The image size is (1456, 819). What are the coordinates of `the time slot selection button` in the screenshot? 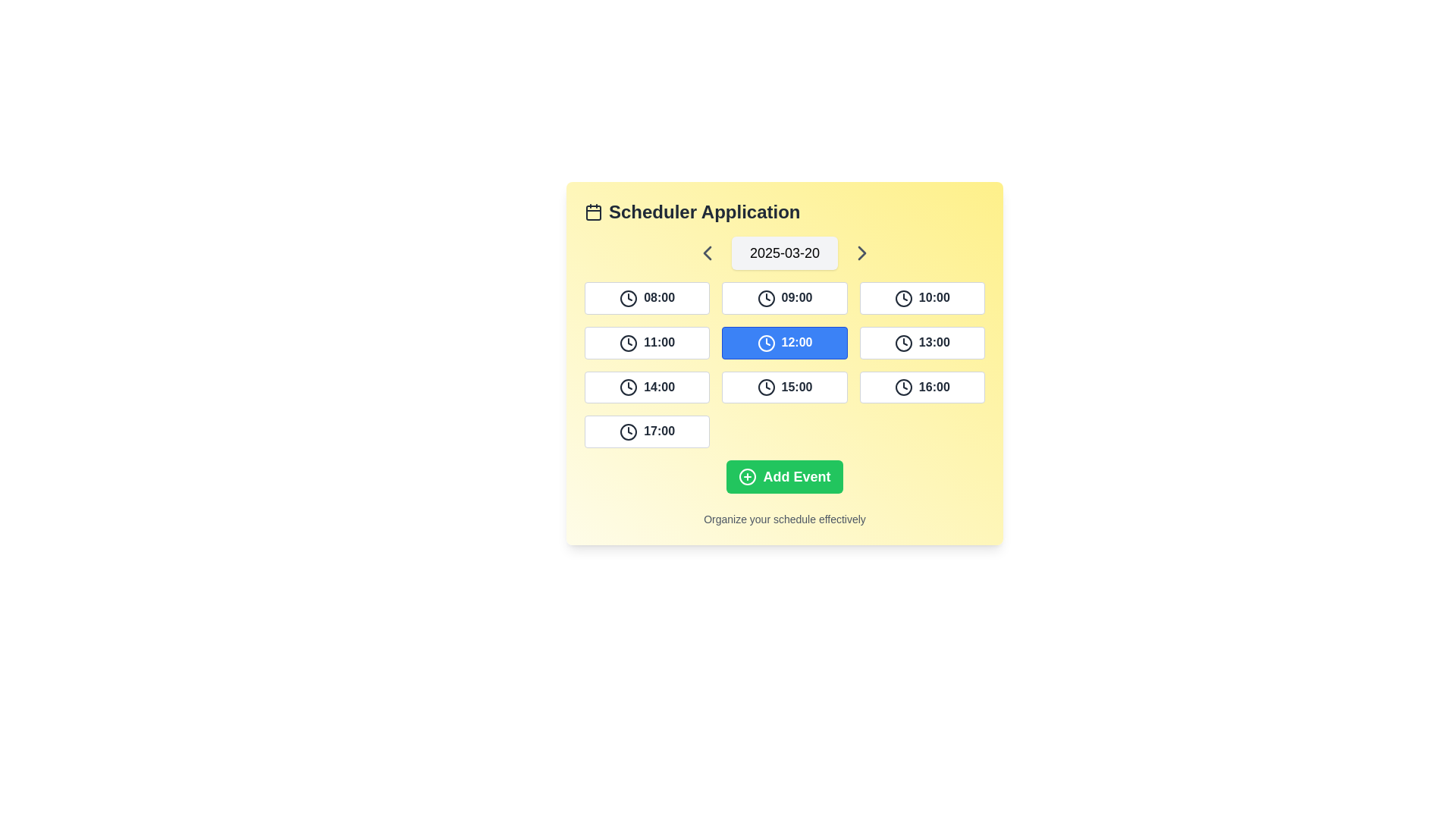 It's located at (647, 431).